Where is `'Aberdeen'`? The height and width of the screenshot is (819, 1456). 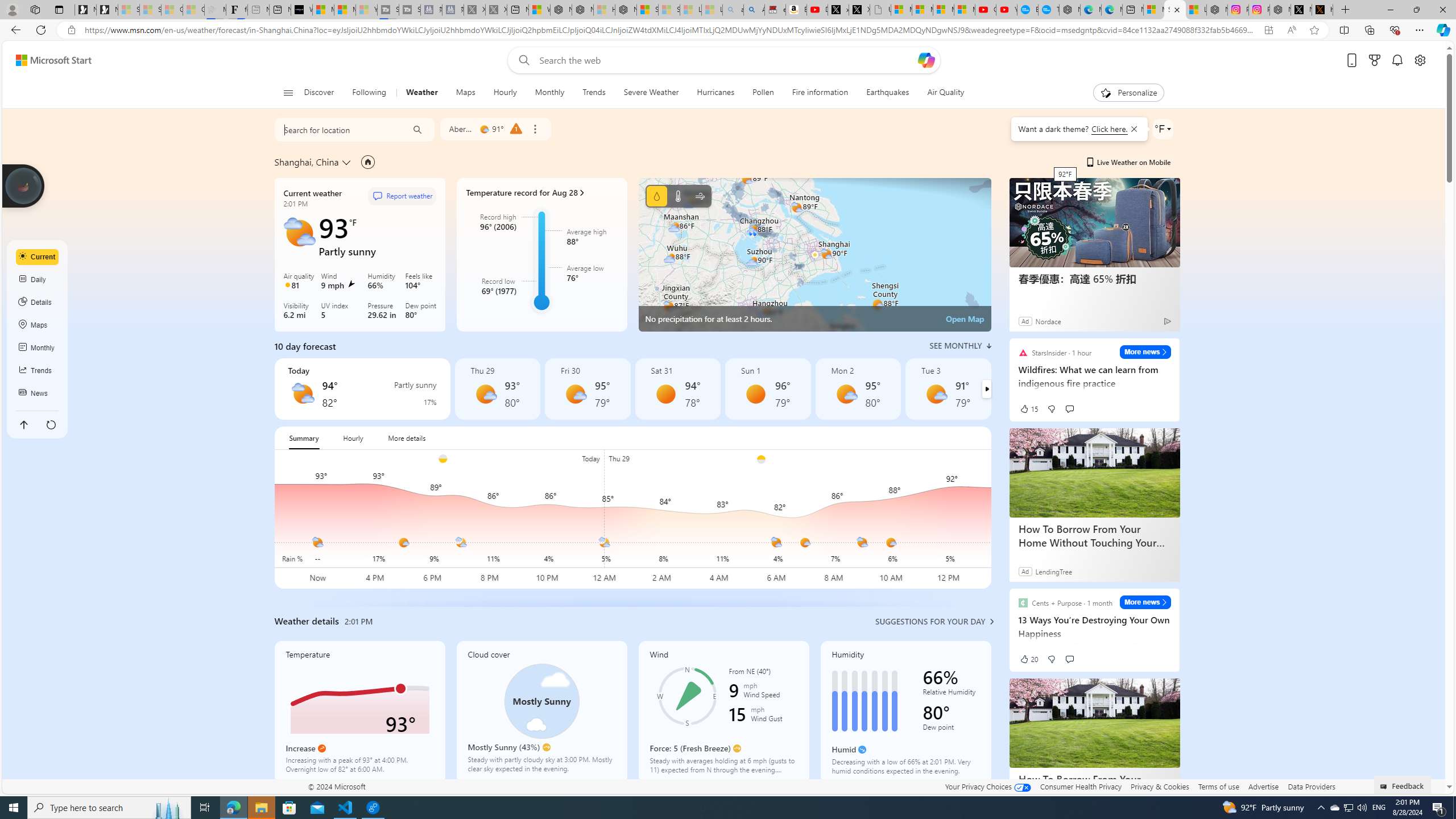
'Aberdeen' is located at coordinates (461, 129).